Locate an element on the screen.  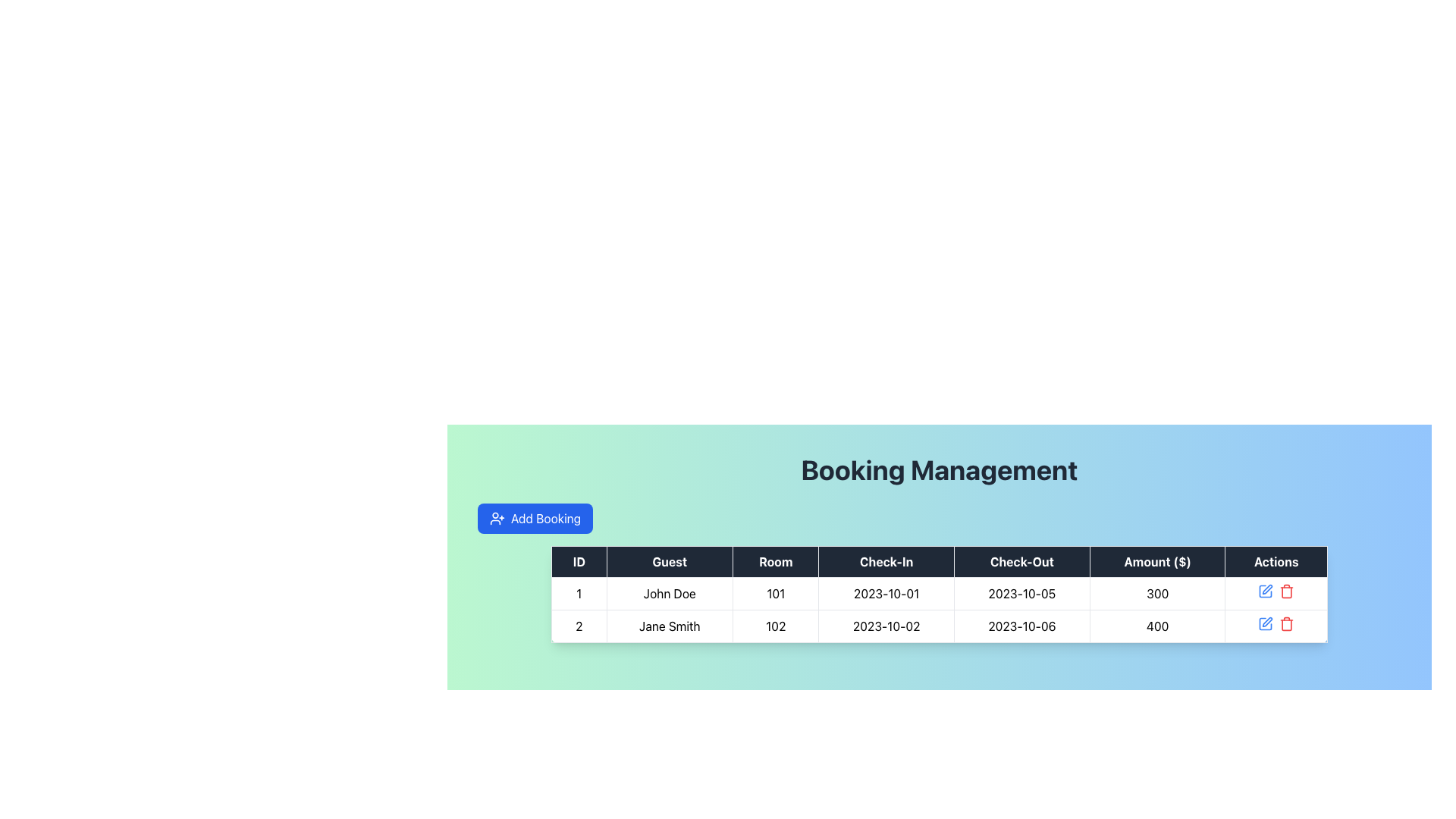
the interactive icon button located in the 'Actions' column of the booking management table for the first row is located at coordinates (1266, 590).